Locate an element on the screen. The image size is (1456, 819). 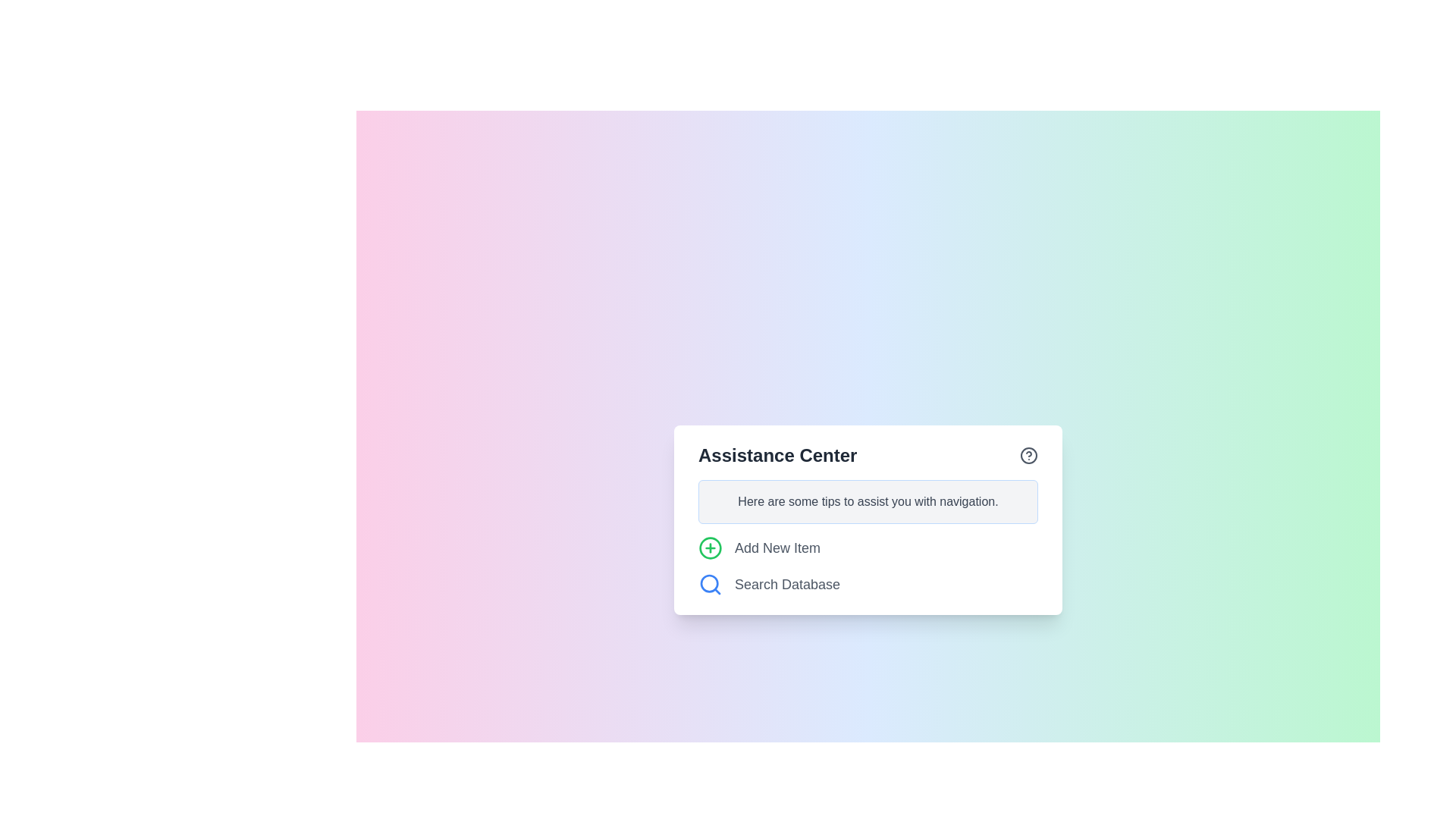
the help icon located to the far right of the 'Assistance Center' text label is located at coordinates (1029, 455).